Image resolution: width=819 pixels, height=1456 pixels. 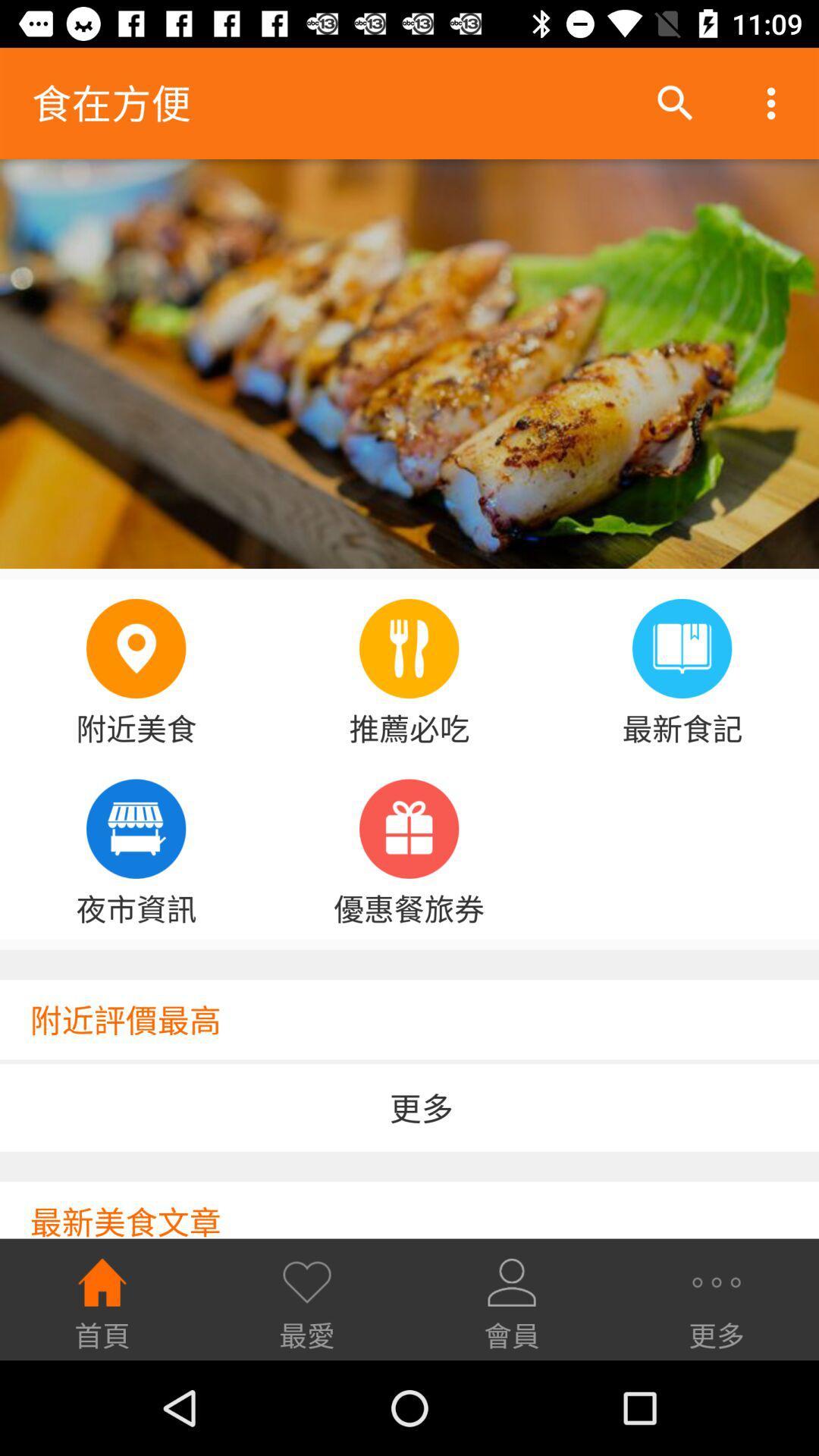 I want to click on the fourth icon below the image, so click(x=135, y=828).